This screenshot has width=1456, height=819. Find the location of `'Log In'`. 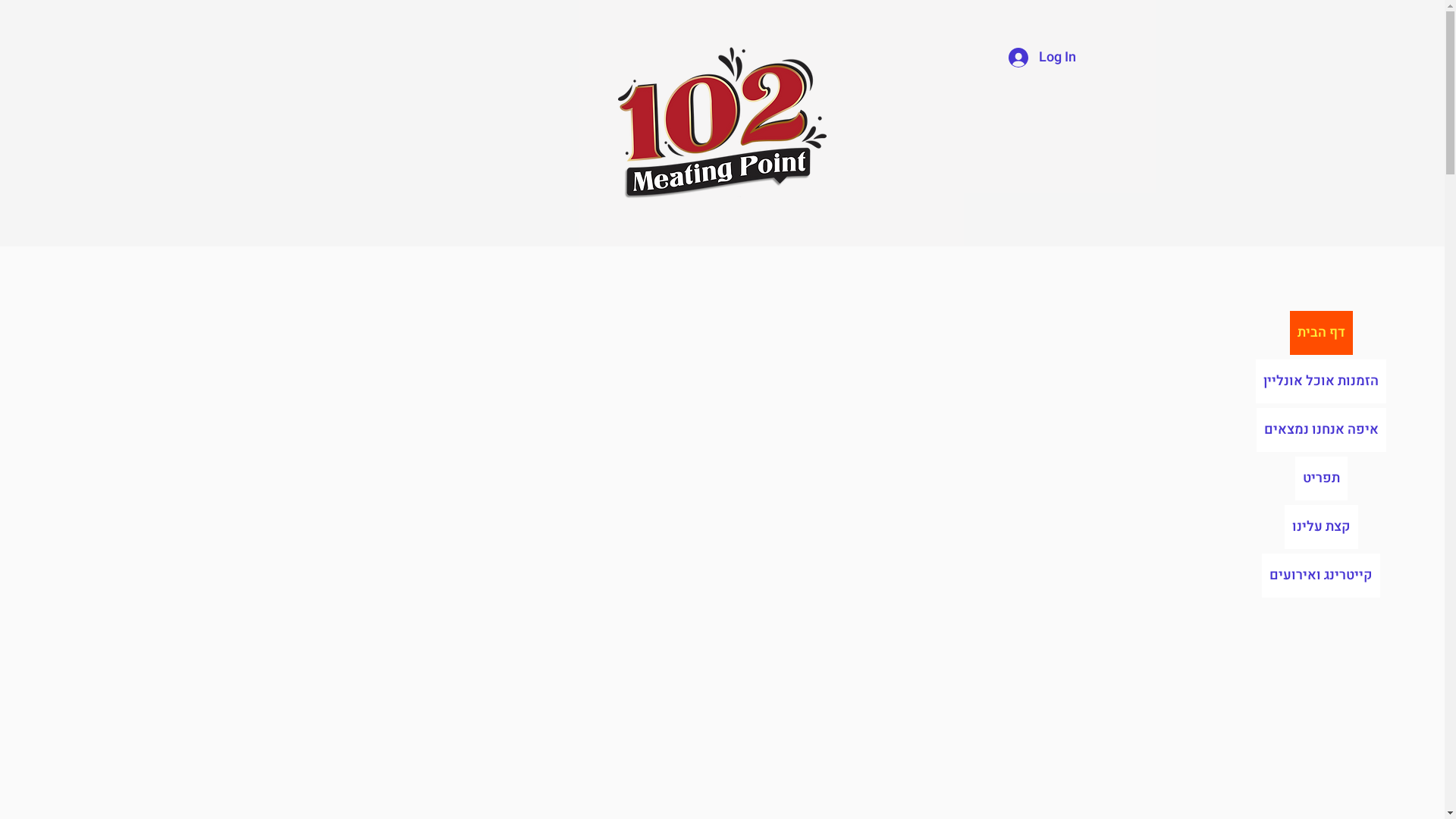

'Log In' is located at coordinates (1041, 57).